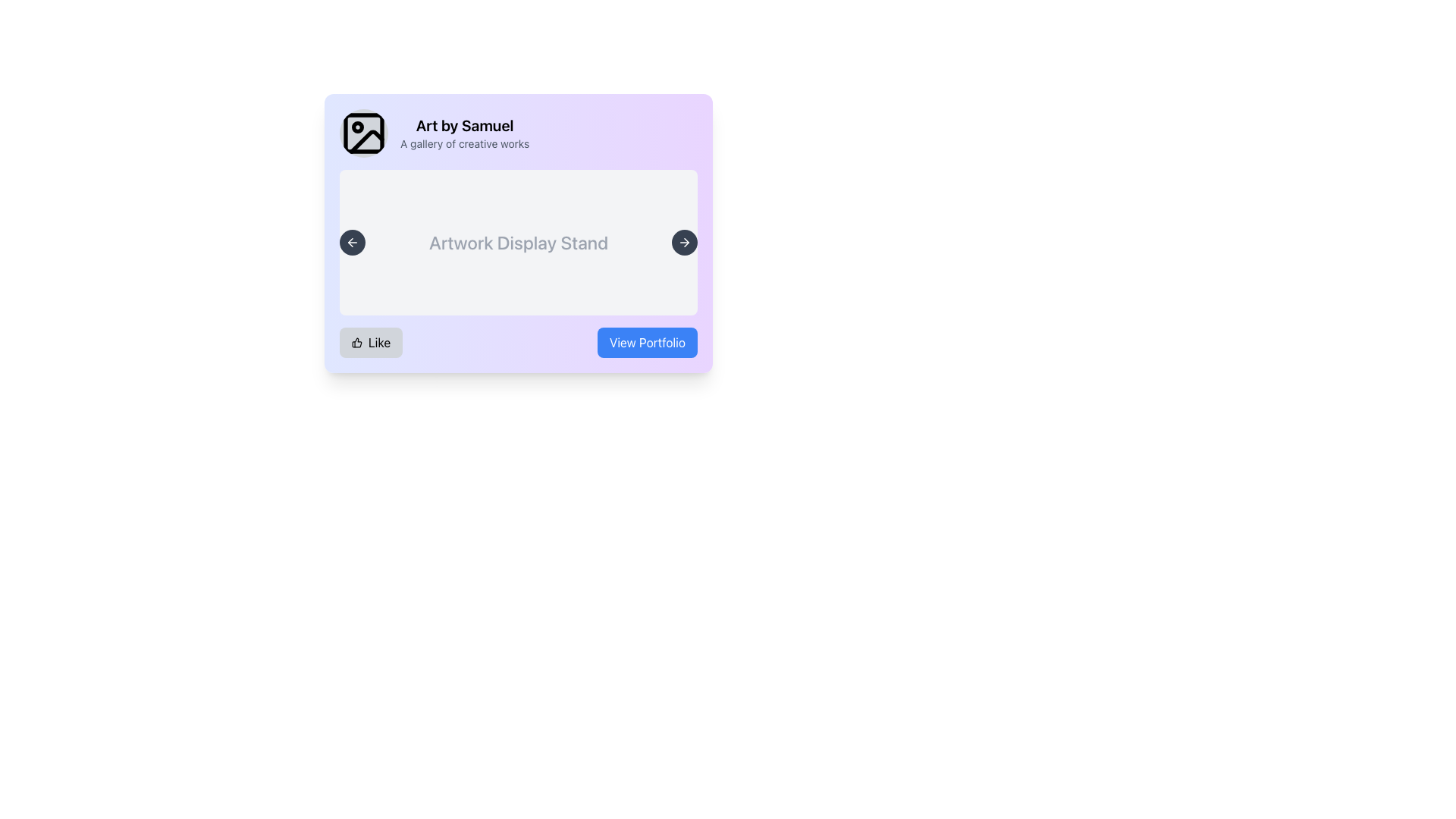 This screenshot has height=819, width=1456. What do you see at coordinates (519, 242) in the screenshot?
I see `the static text label located in the central part of the card layout, positioned below the heading 'Art by Samuel' and above the buttons 'Like' and 'View Portfolio'` at bounding box center [519, 242].